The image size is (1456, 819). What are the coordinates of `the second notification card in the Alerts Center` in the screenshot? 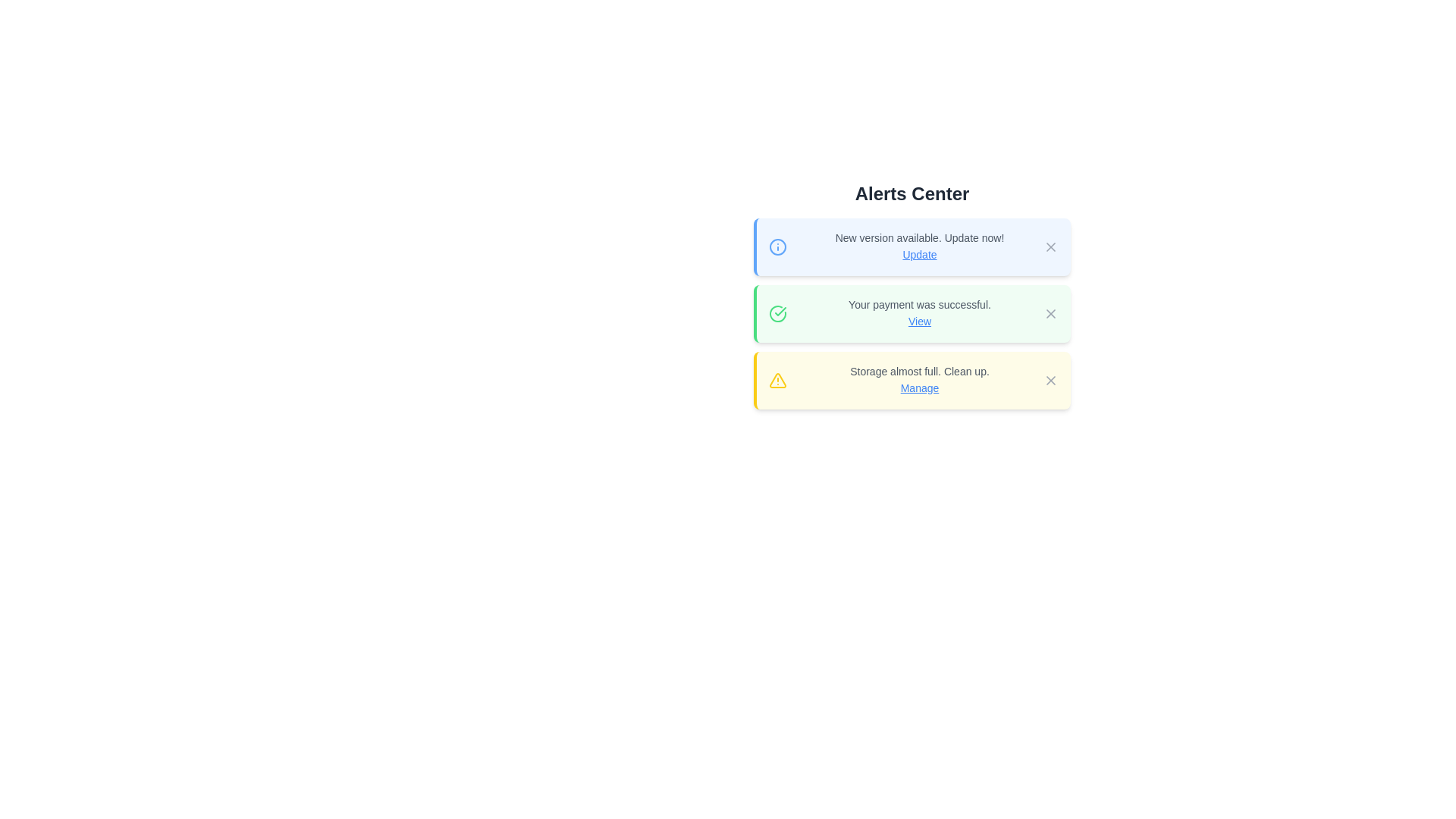 It's located at (912, 295).